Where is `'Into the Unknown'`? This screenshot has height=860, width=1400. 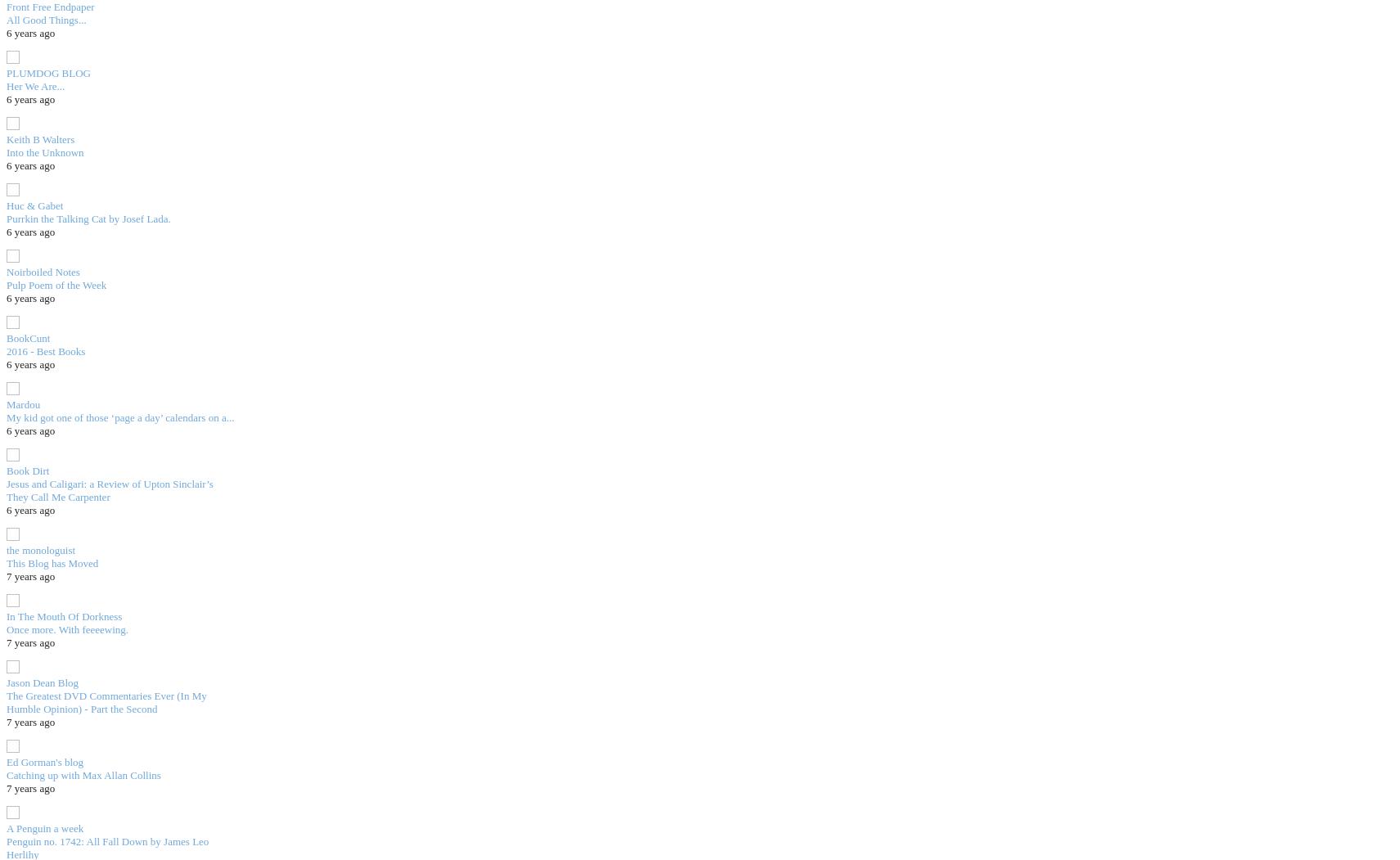 'Into the Unknown' is located at coordinates (43, 151).